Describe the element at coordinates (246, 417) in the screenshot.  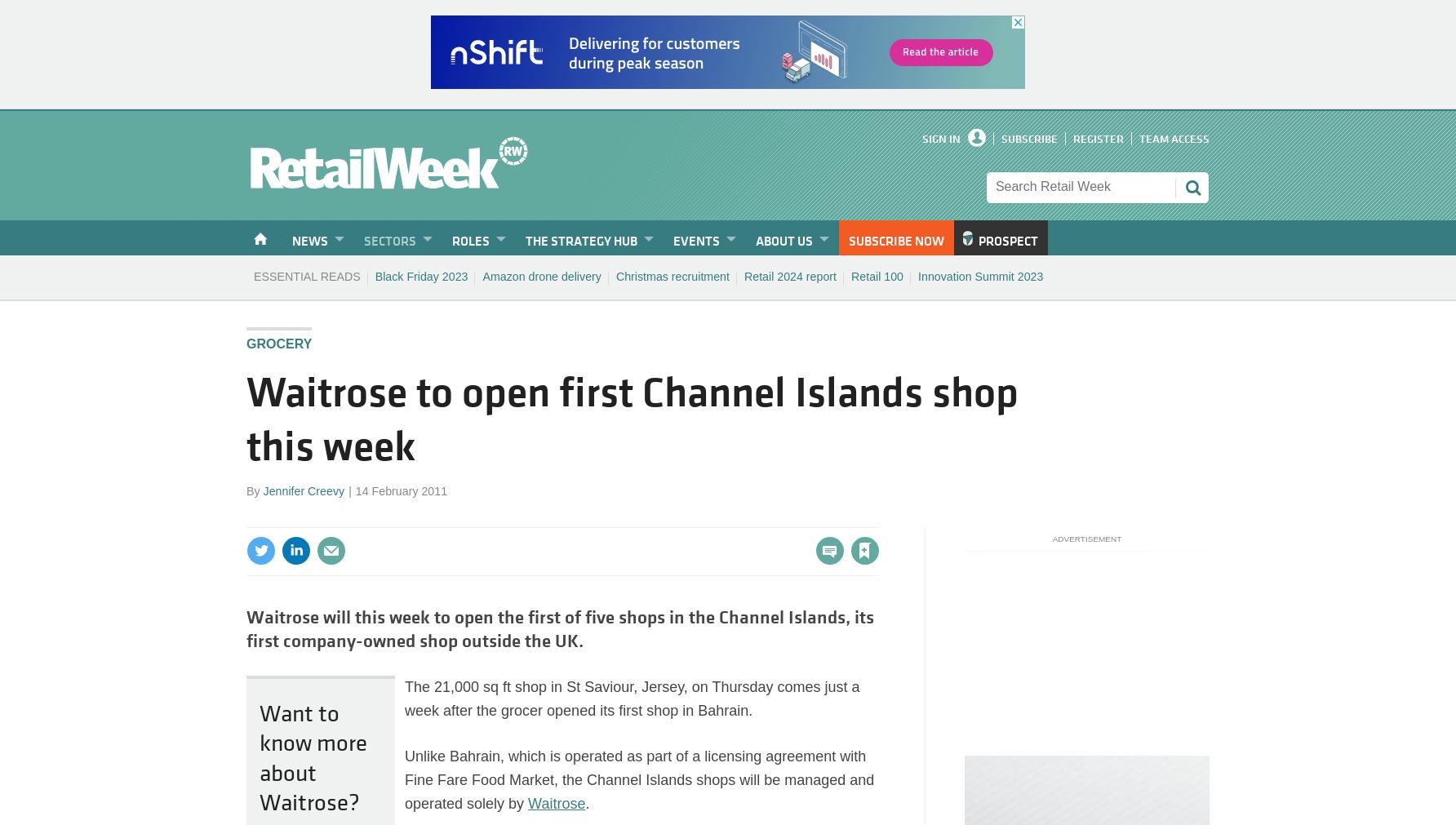
I see `'Waitrose to open first Channel Islands shop this week'` at that location.